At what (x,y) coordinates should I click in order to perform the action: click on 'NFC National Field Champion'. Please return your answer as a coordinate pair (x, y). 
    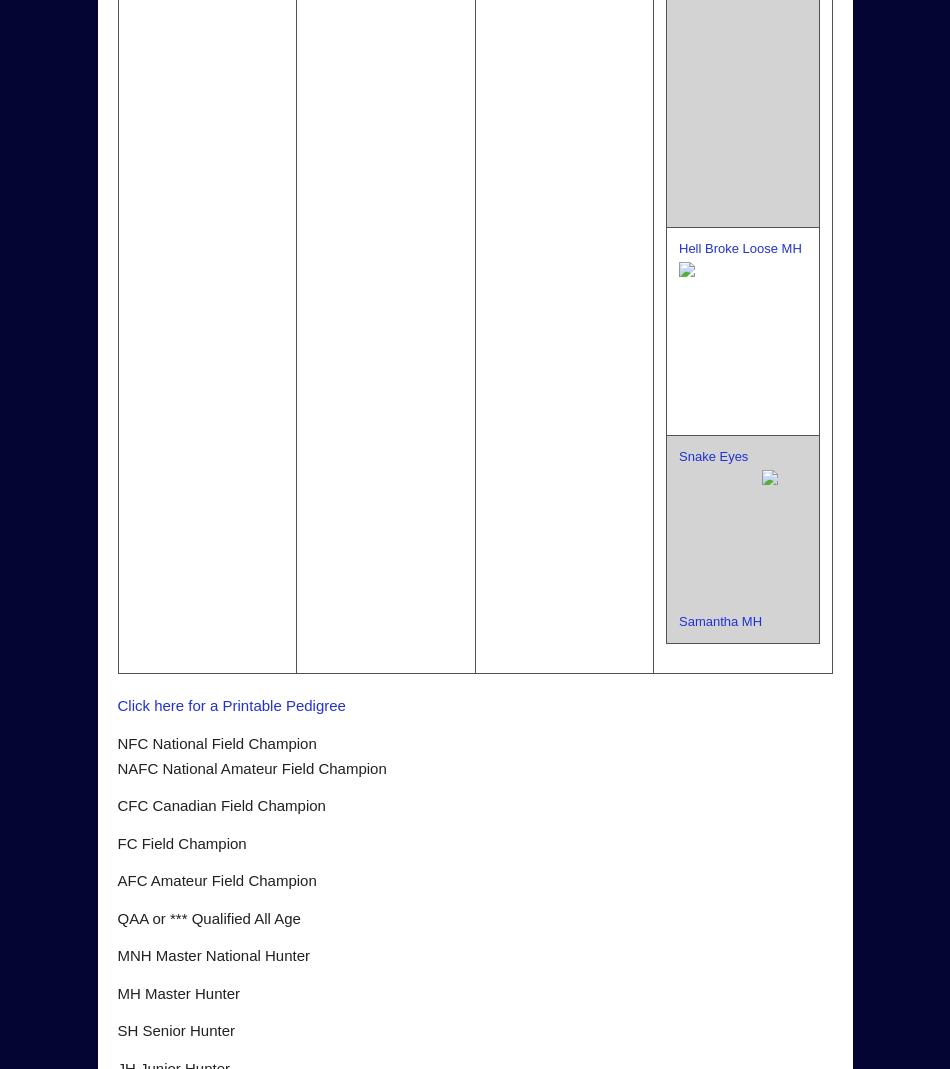
    Looking at the image, I should click on (216, 741).